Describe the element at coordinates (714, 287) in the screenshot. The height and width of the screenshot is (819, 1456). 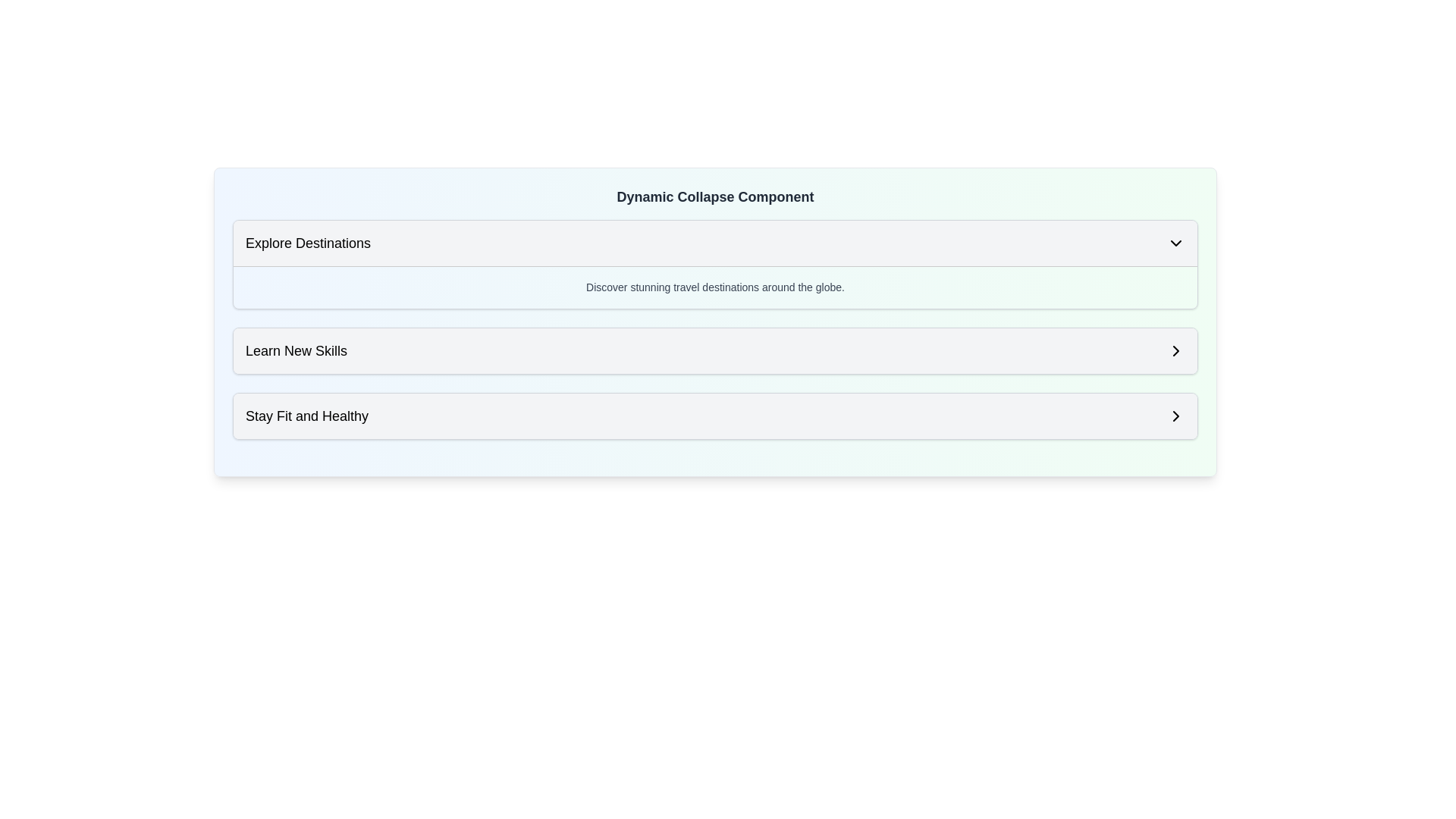
I see `the text element containing 'Discover stunning travel destinations around the globe.' which is located under the 'Explore Destinations' section` at that location.